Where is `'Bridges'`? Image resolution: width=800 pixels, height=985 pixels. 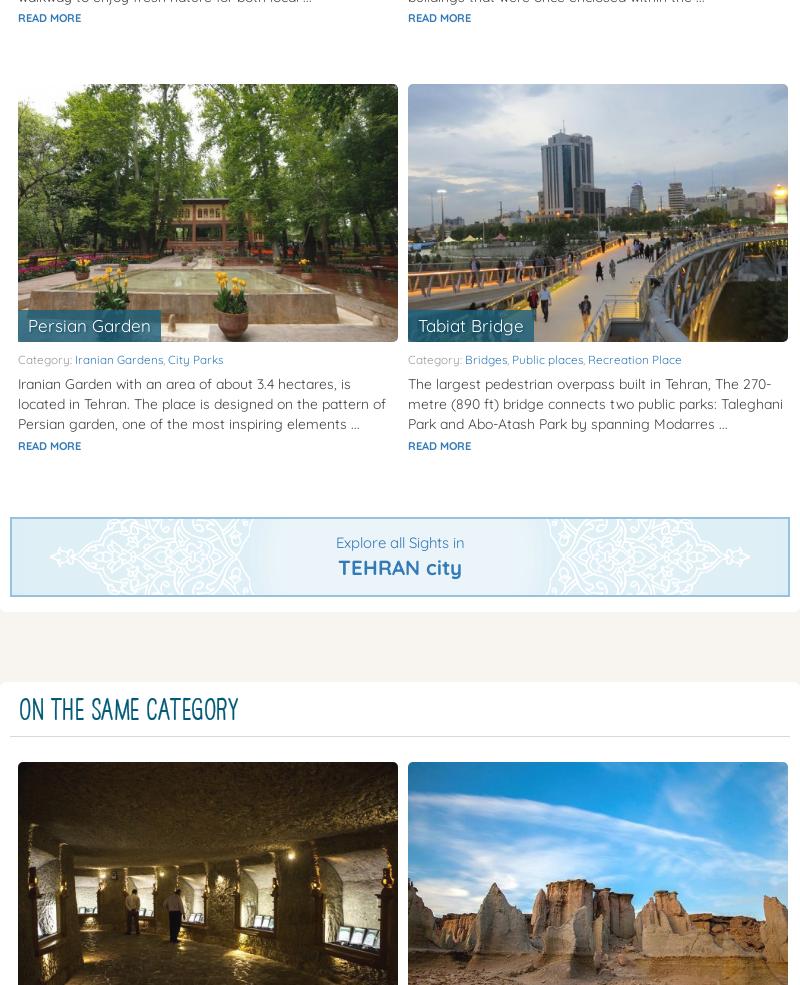
'Bridges' is located at coordinates (486, 359).